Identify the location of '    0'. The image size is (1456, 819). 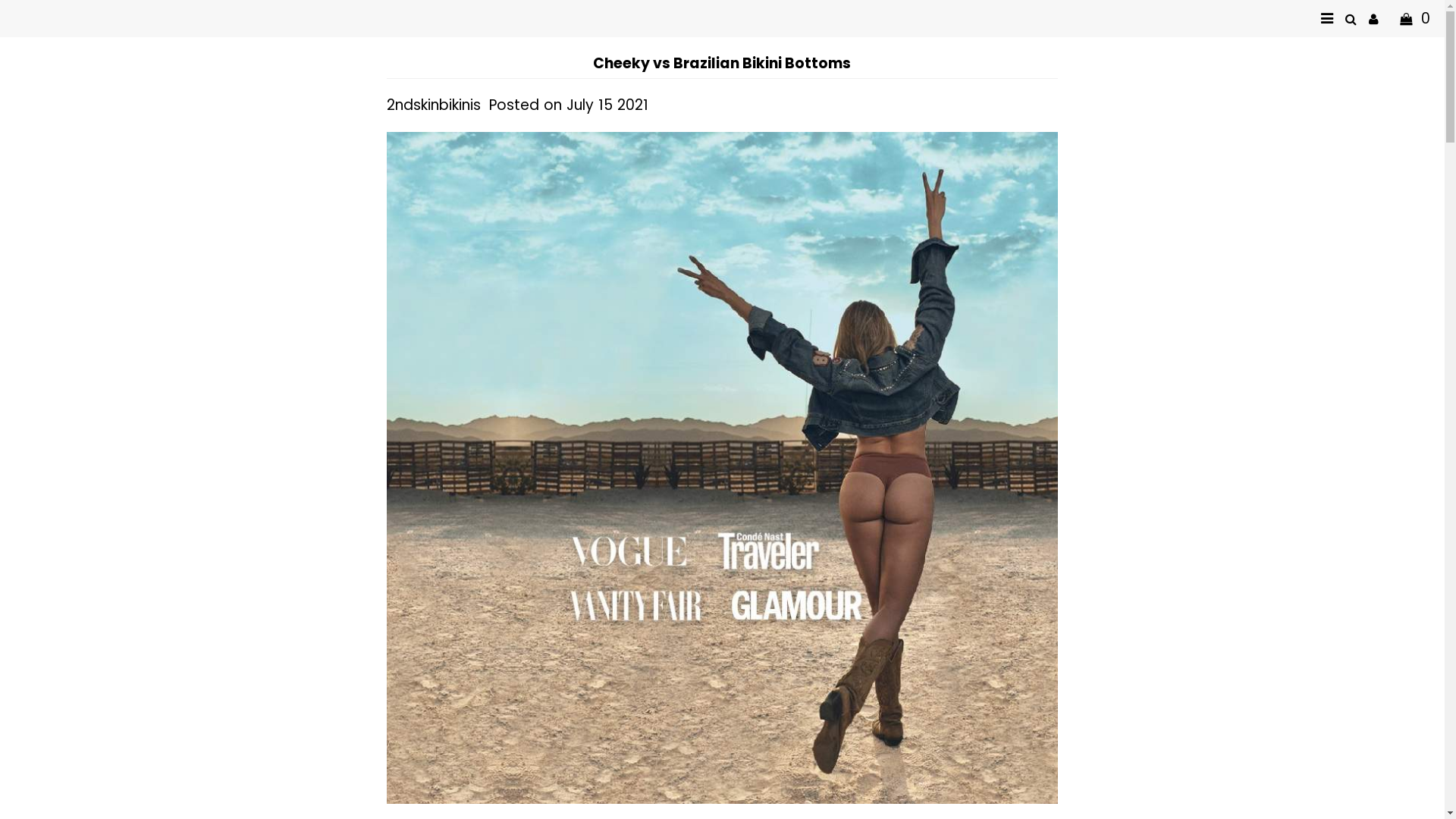
(1390, 18).